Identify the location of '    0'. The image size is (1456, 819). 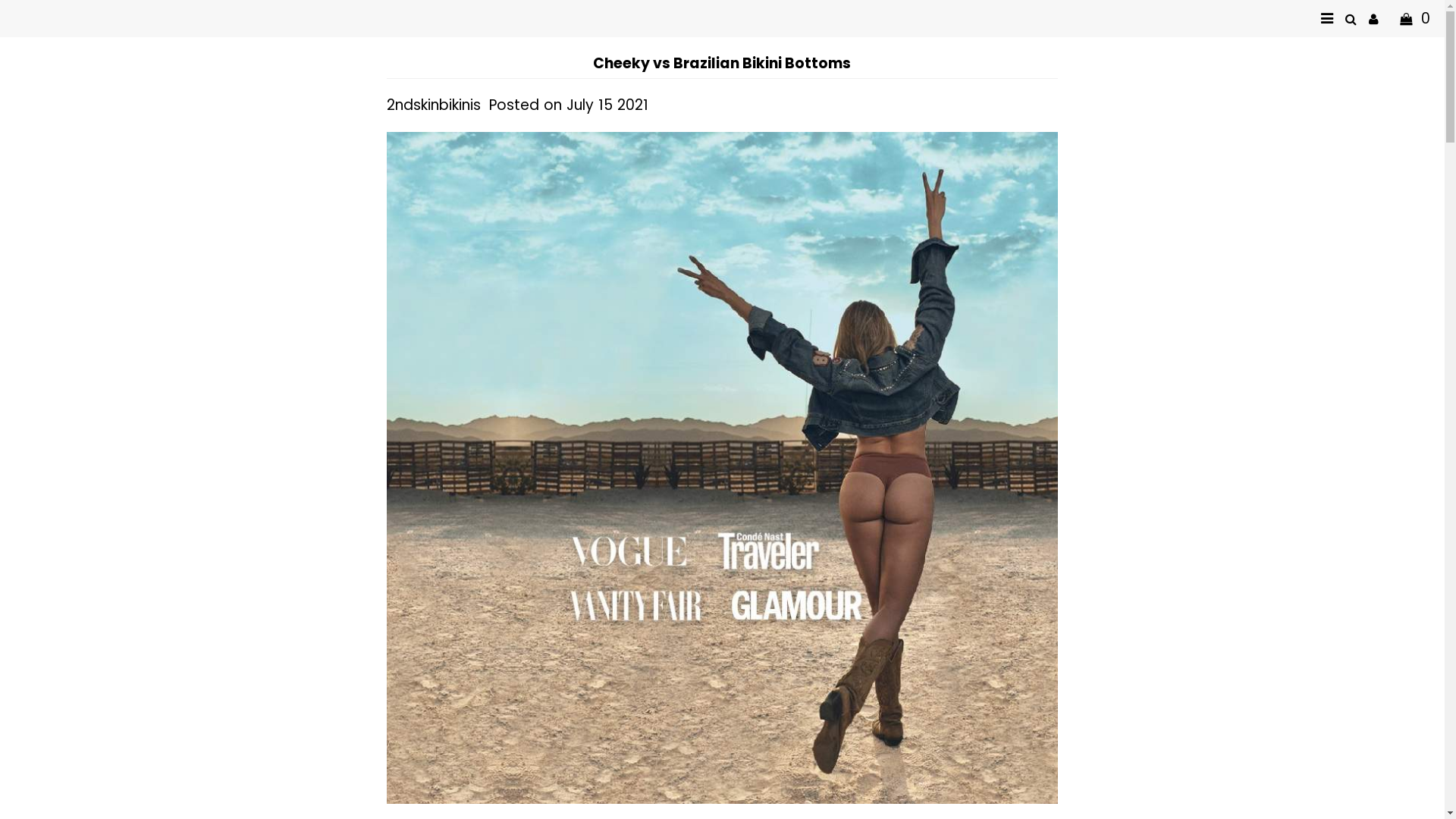
(1390, 18).